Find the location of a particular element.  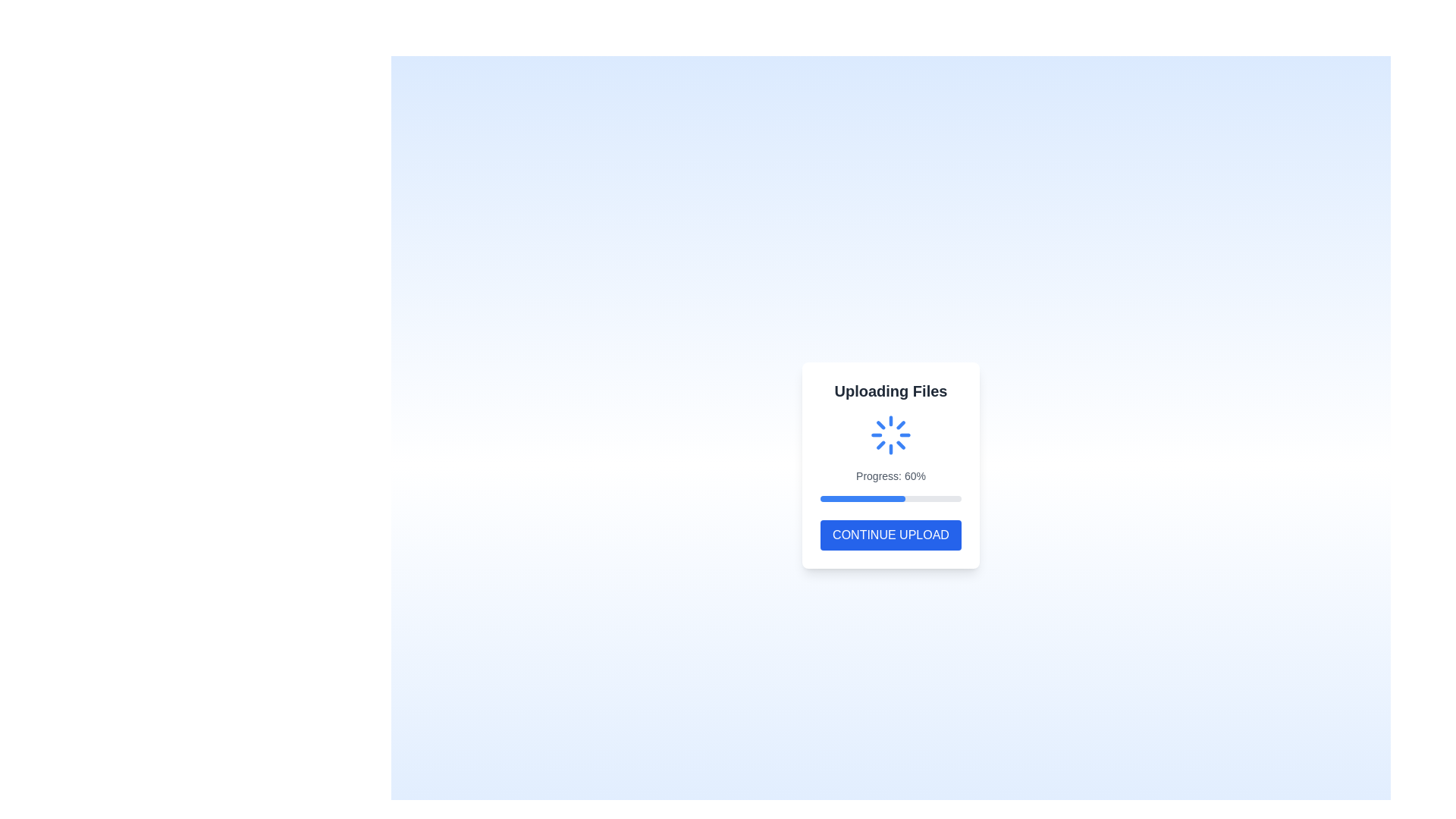

text label that indicates the current progress percentage of the file upload process, located below the spinner animation and following the title 'Uploading Files' is located at coordinates (891, 475).